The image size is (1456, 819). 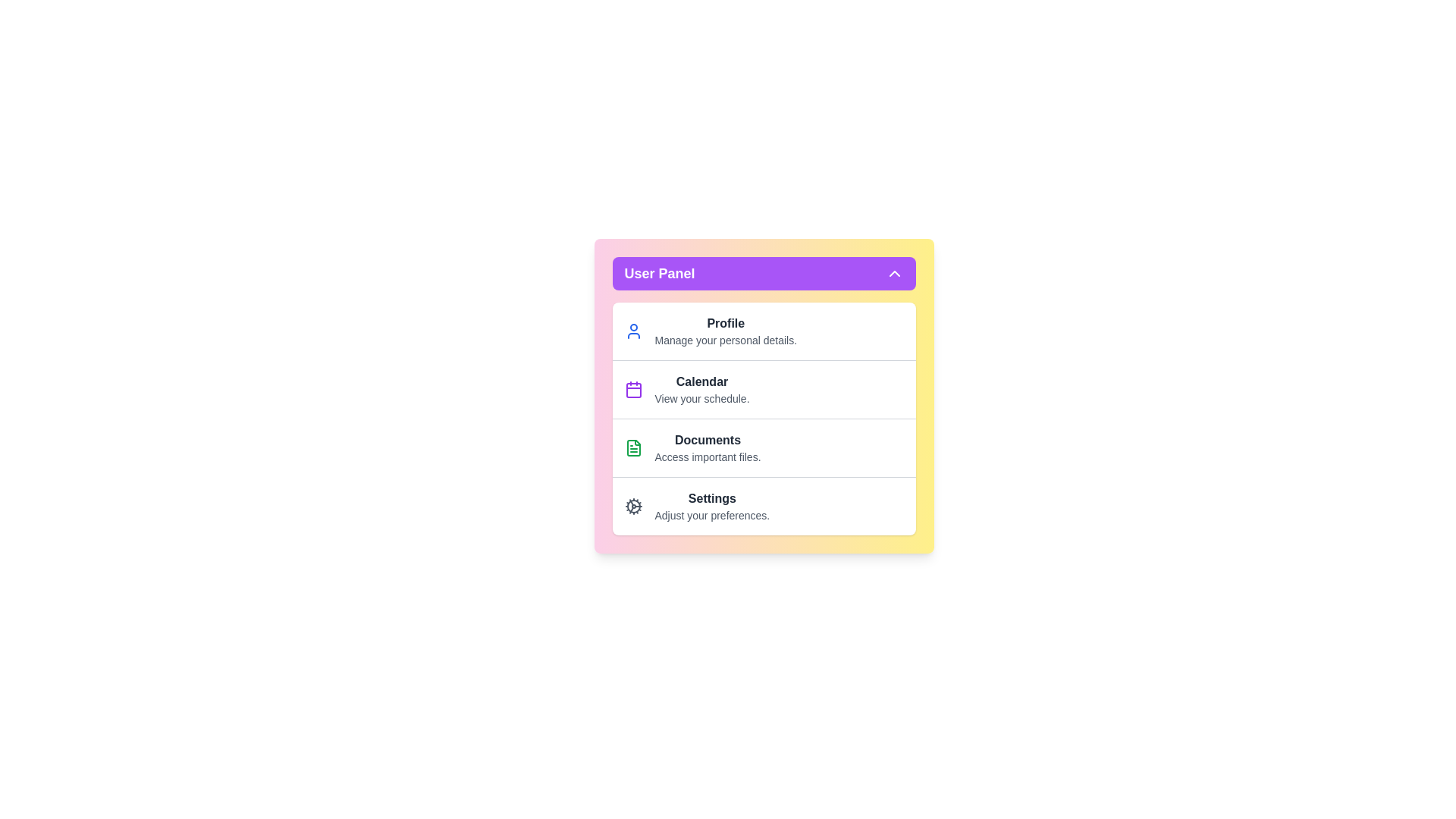 What do you see at coordinates (725, 339) in the screenshot?
I see `the text label that reads 'Manage your personal details.' located under the 'Profile' heading in the user panel` at bounding box center [725, 339].